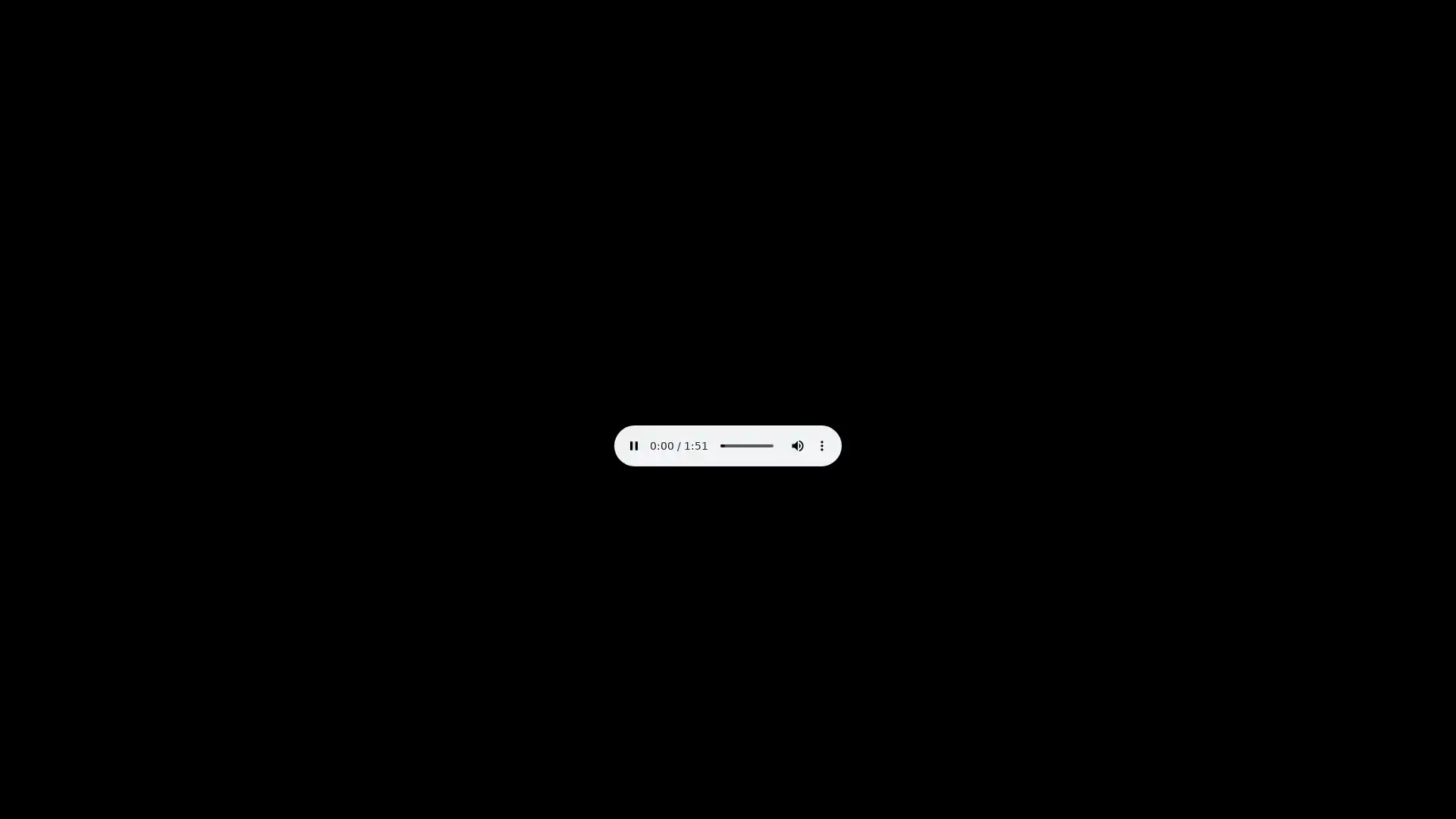  Describe the element at coordinates (821, 444) in the screenshot. I see `show more media controls` at that location.